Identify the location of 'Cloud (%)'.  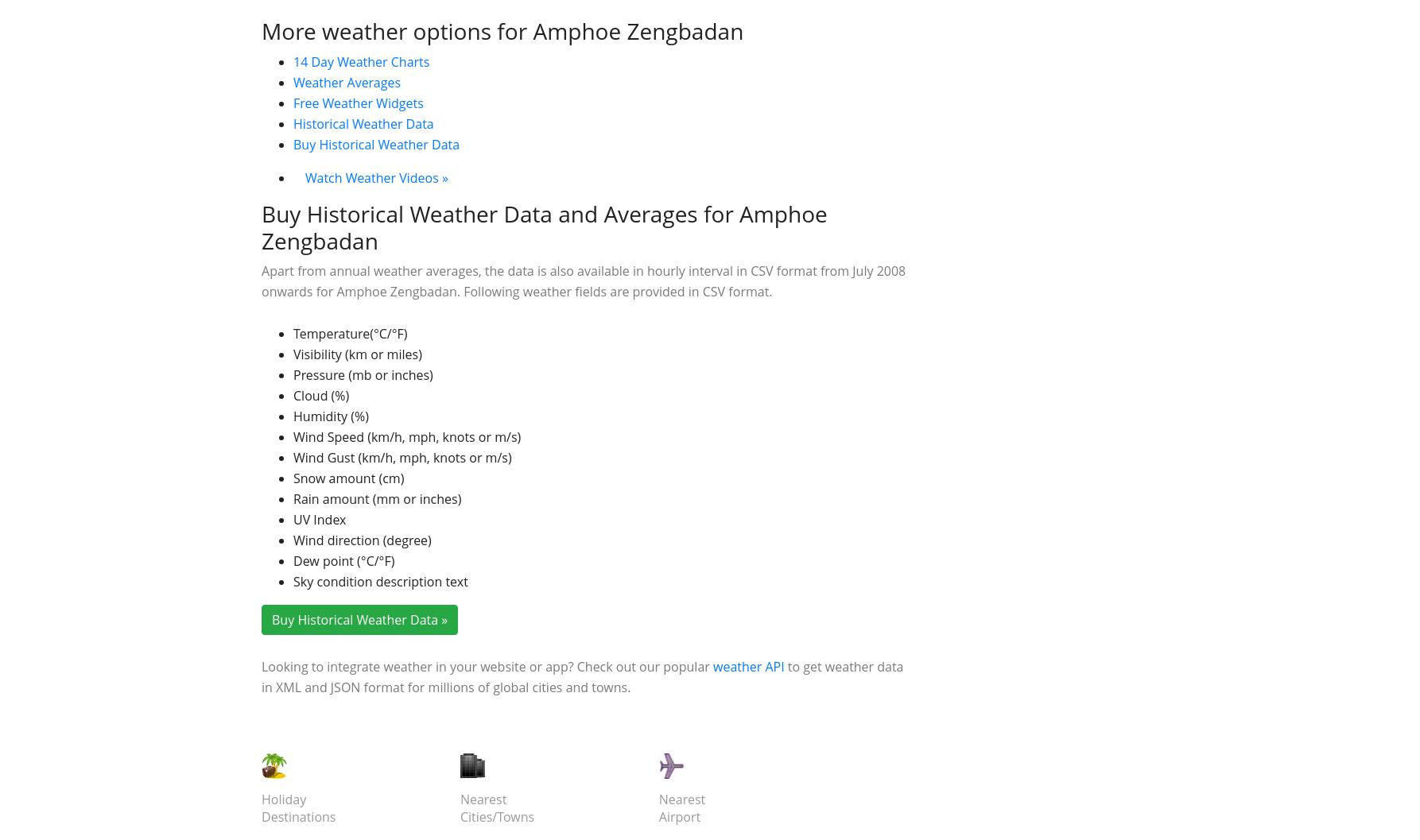
(320, 631).